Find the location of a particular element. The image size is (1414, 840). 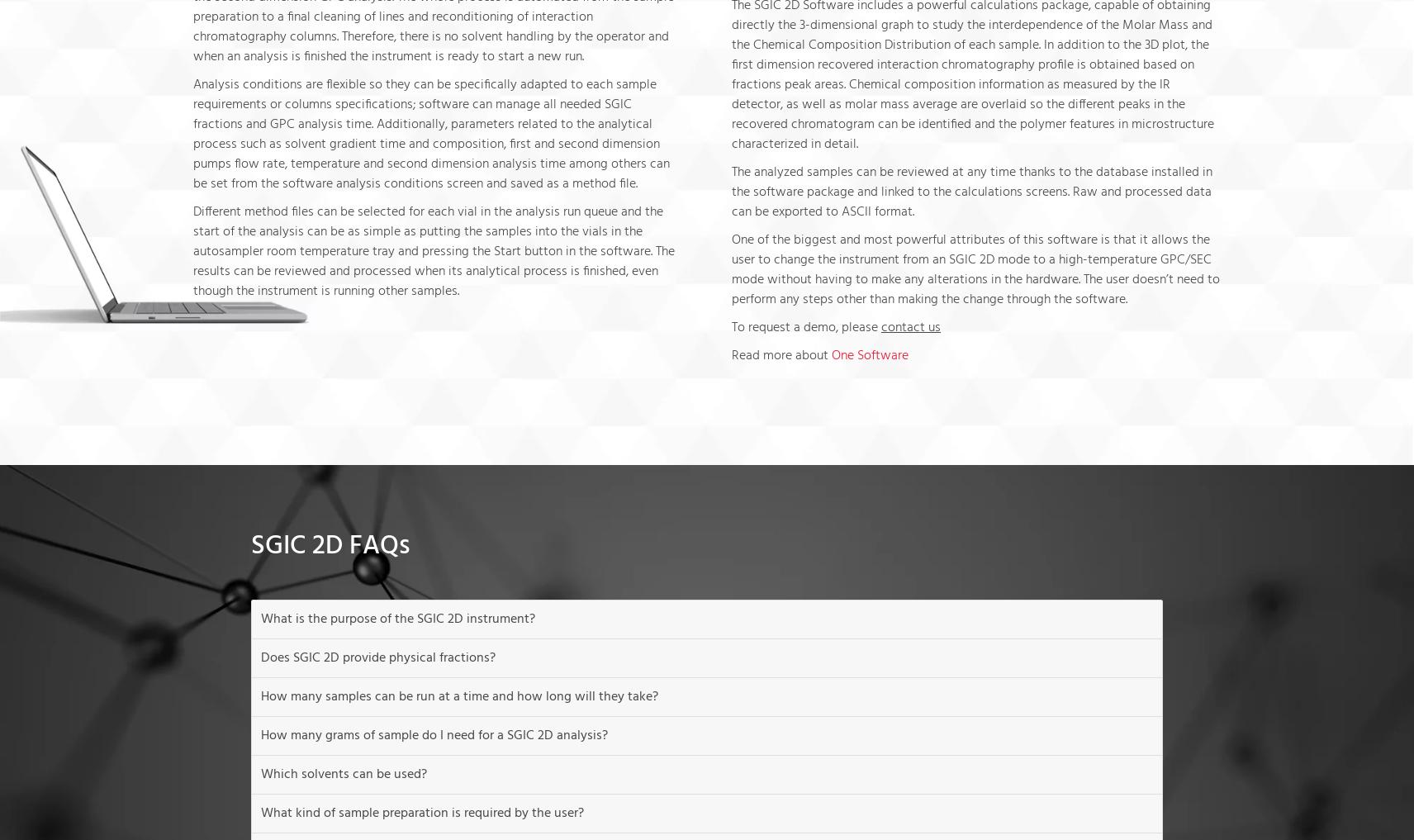

'One Software' is located at coordinates (869, 354).